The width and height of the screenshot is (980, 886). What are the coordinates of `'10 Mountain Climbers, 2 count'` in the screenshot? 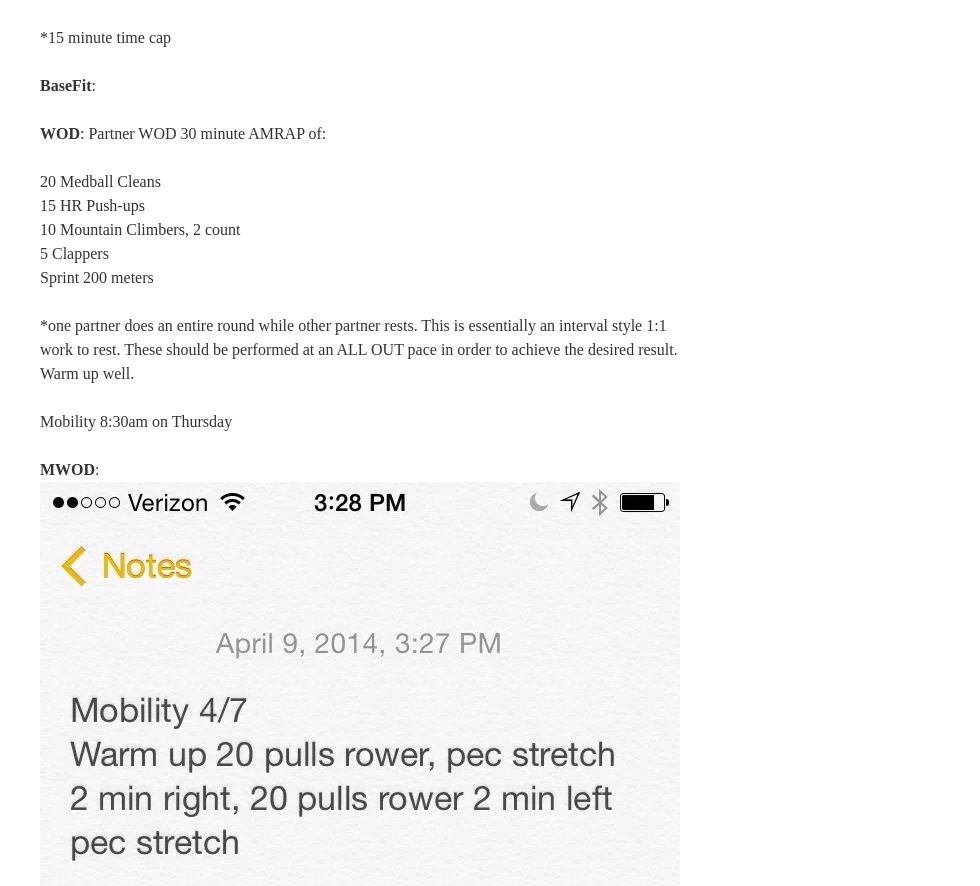 It's located at (39, 228).